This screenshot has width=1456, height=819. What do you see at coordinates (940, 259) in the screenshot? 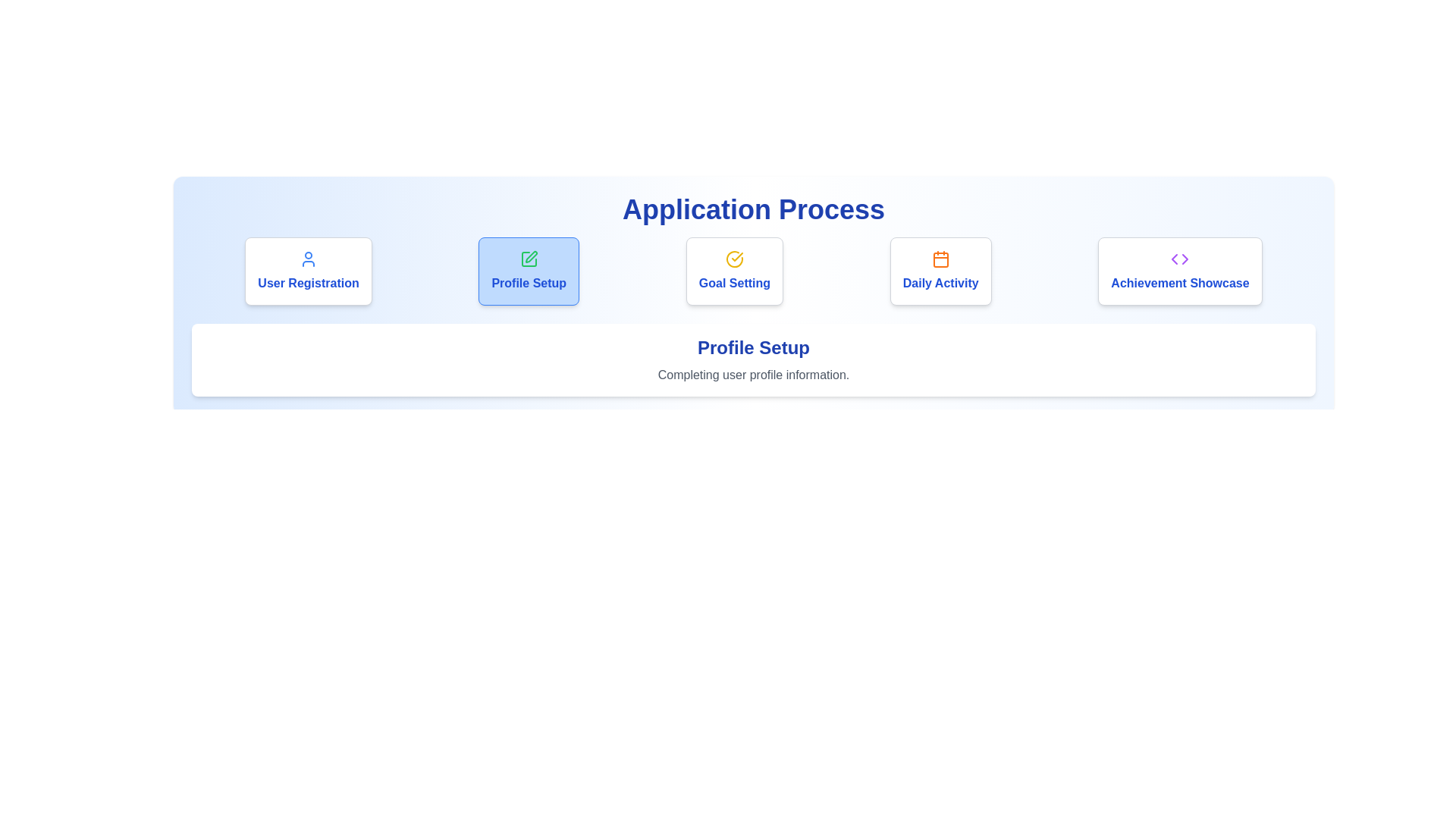
I see `the orange calendar icon located at the top center of the 'Daily Activity' card` at bounding box center [940, 259].